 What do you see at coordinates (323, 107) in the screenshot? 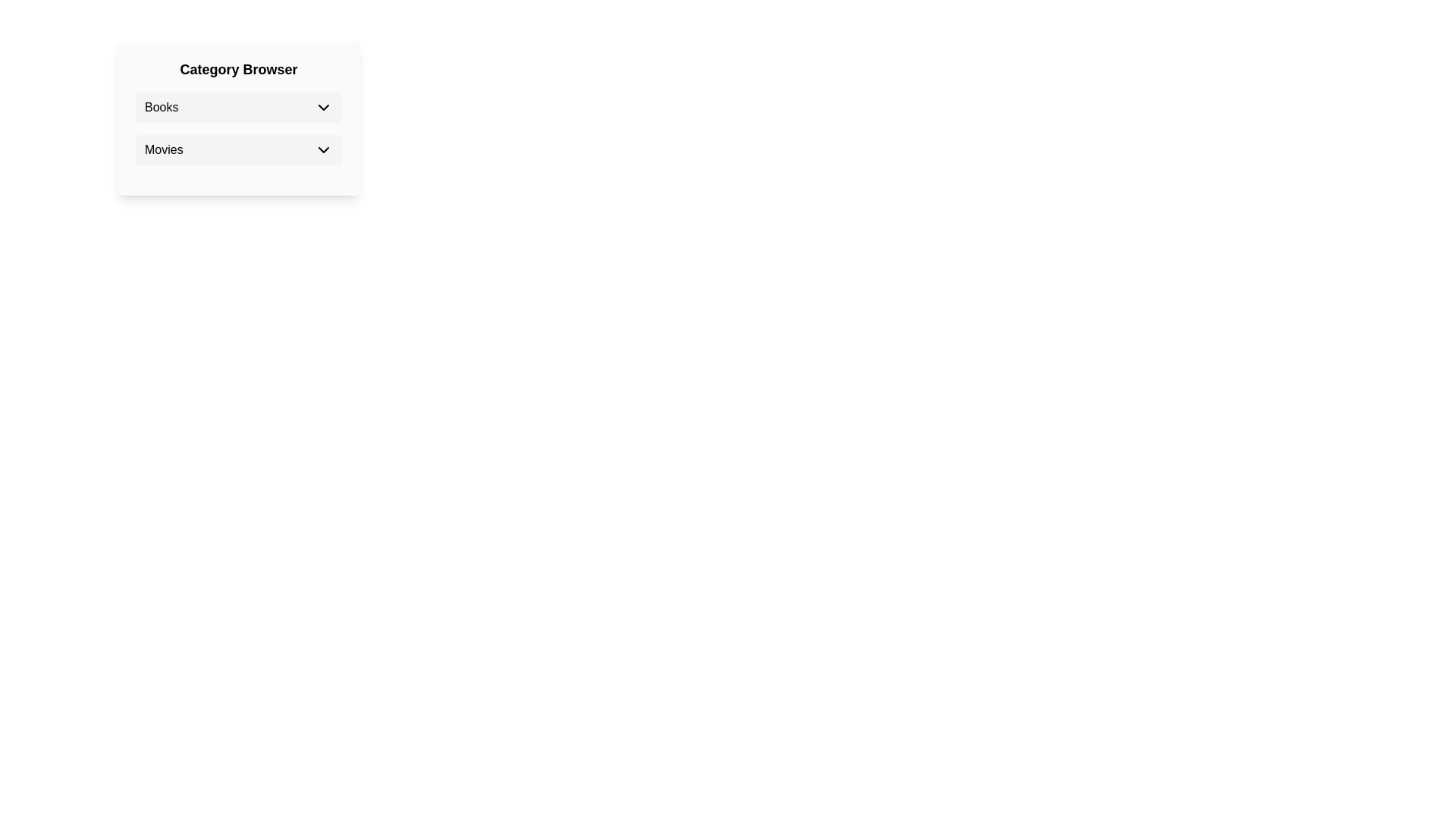
I see `the downward-pointing chevron icon of the Dropdown indicator located to the right of the 'Books' label within the Category Browser interface` at bounding box center [323, 107].